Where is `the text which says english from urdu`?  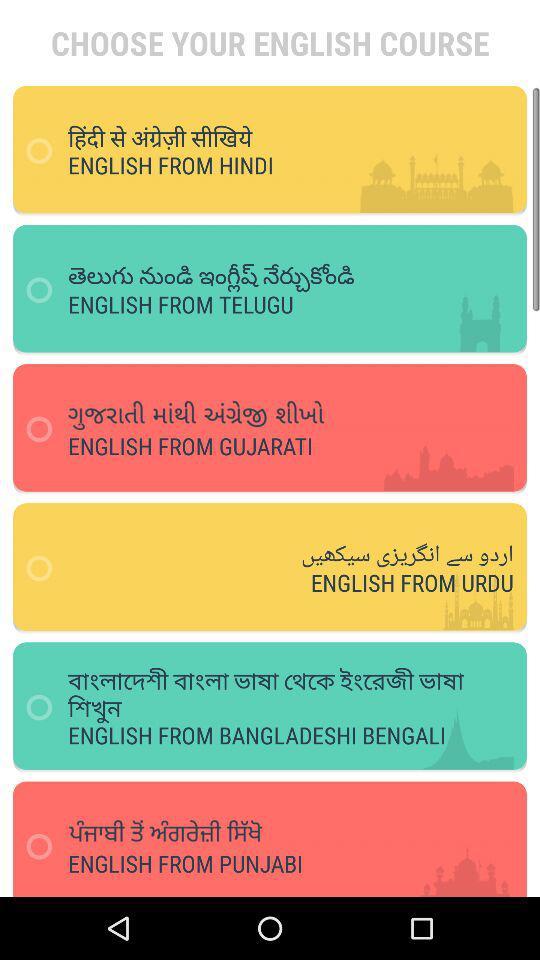
the text which says english from urdu is located at coordinates (382, 601).